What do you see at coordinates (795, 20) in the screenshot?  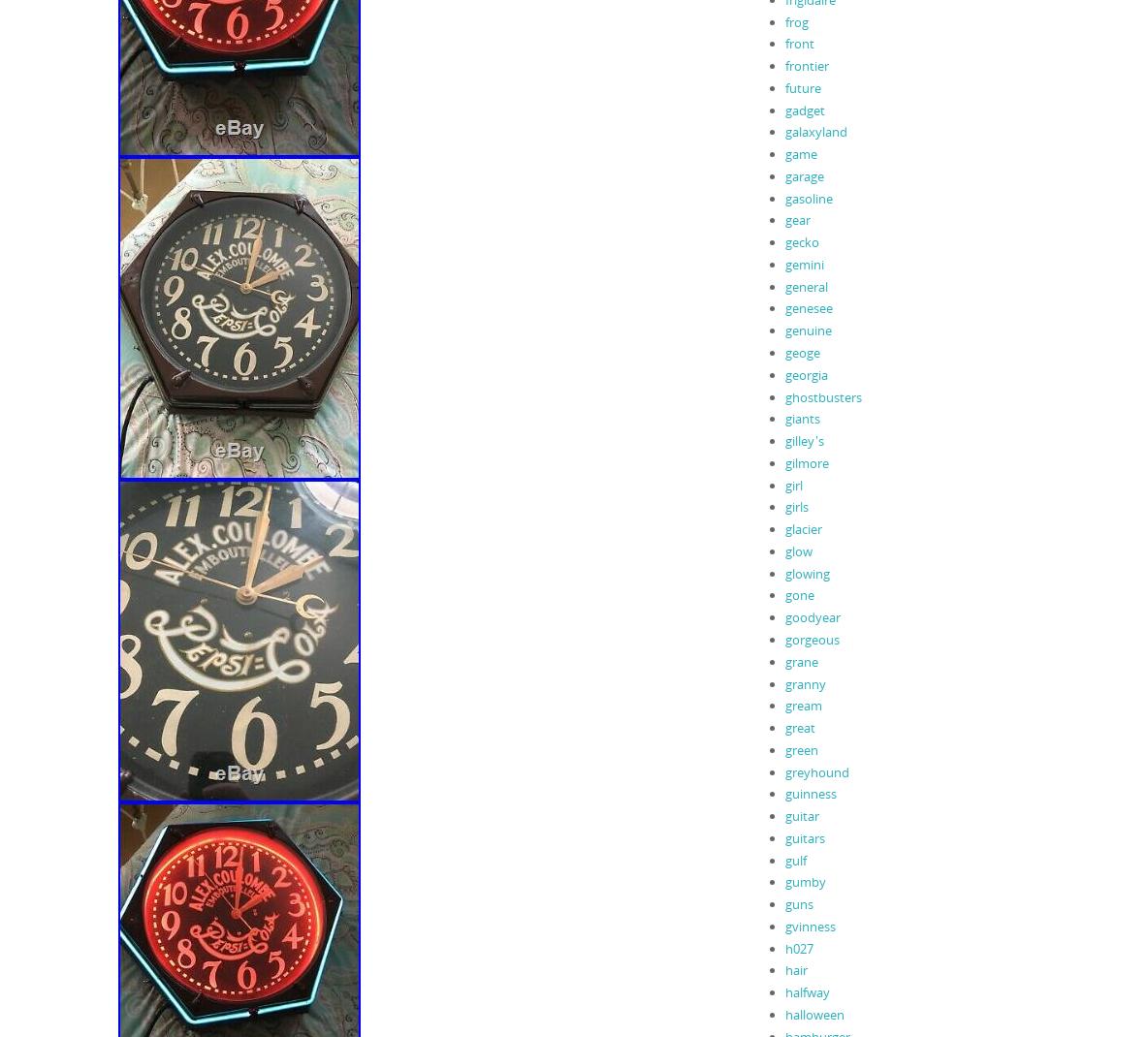 I see `'frog'` at bounding box center [795, 20].